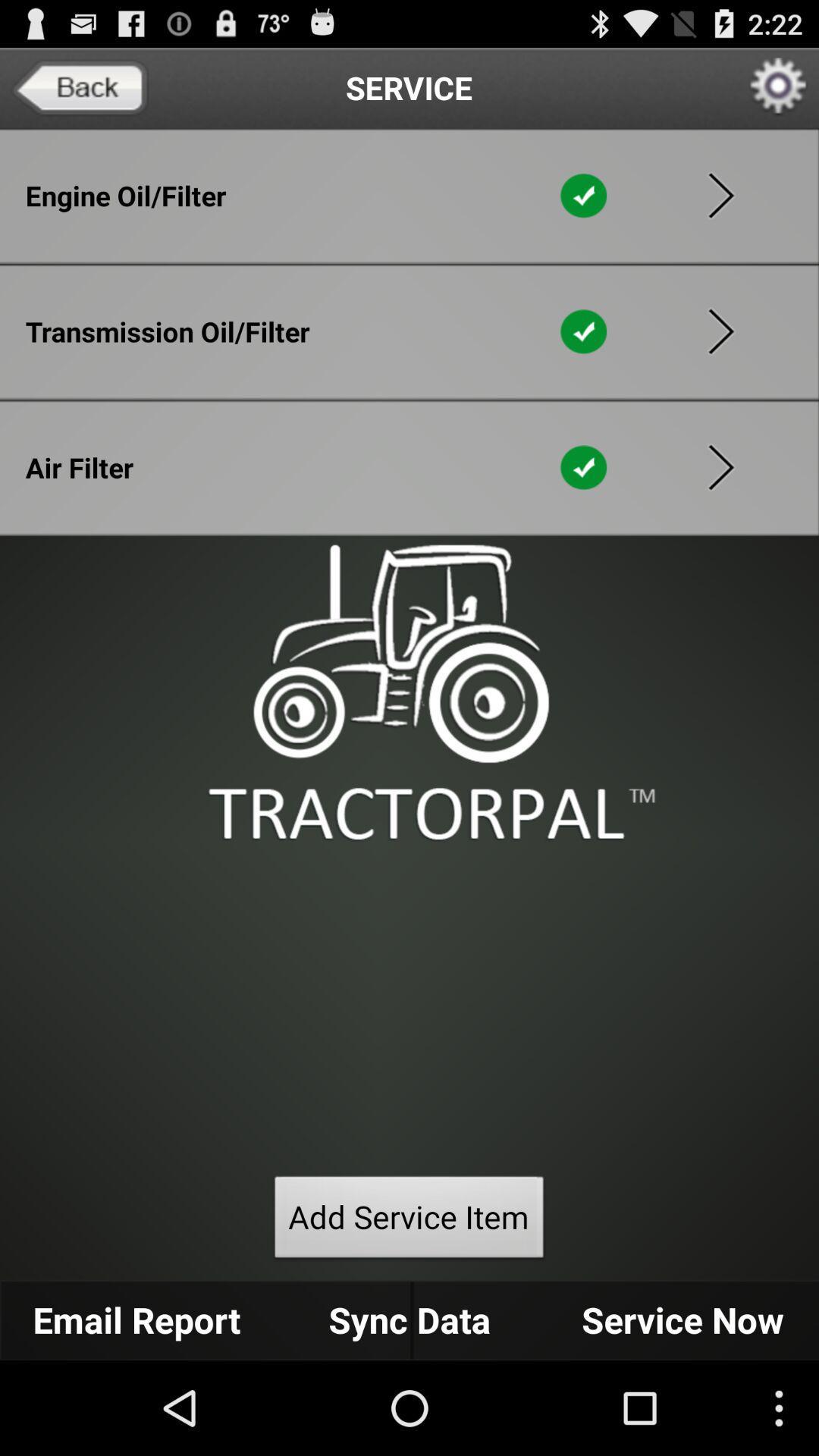 The height and width of the screenshot is (1456, 819). I want to click on the play icon, so click(720, 209).